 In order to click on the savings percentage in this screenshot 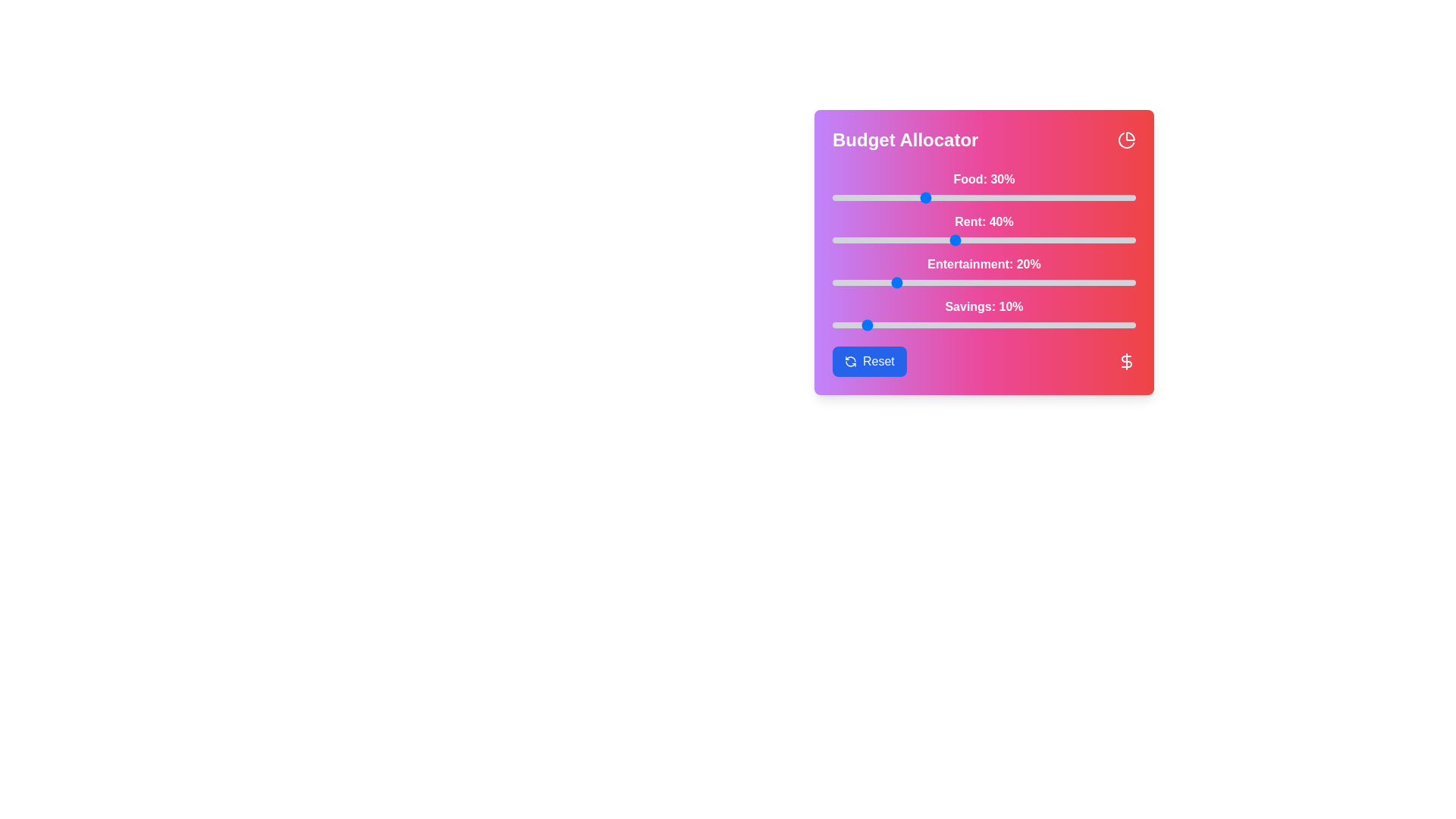, I will do `click(1084, 324)`.